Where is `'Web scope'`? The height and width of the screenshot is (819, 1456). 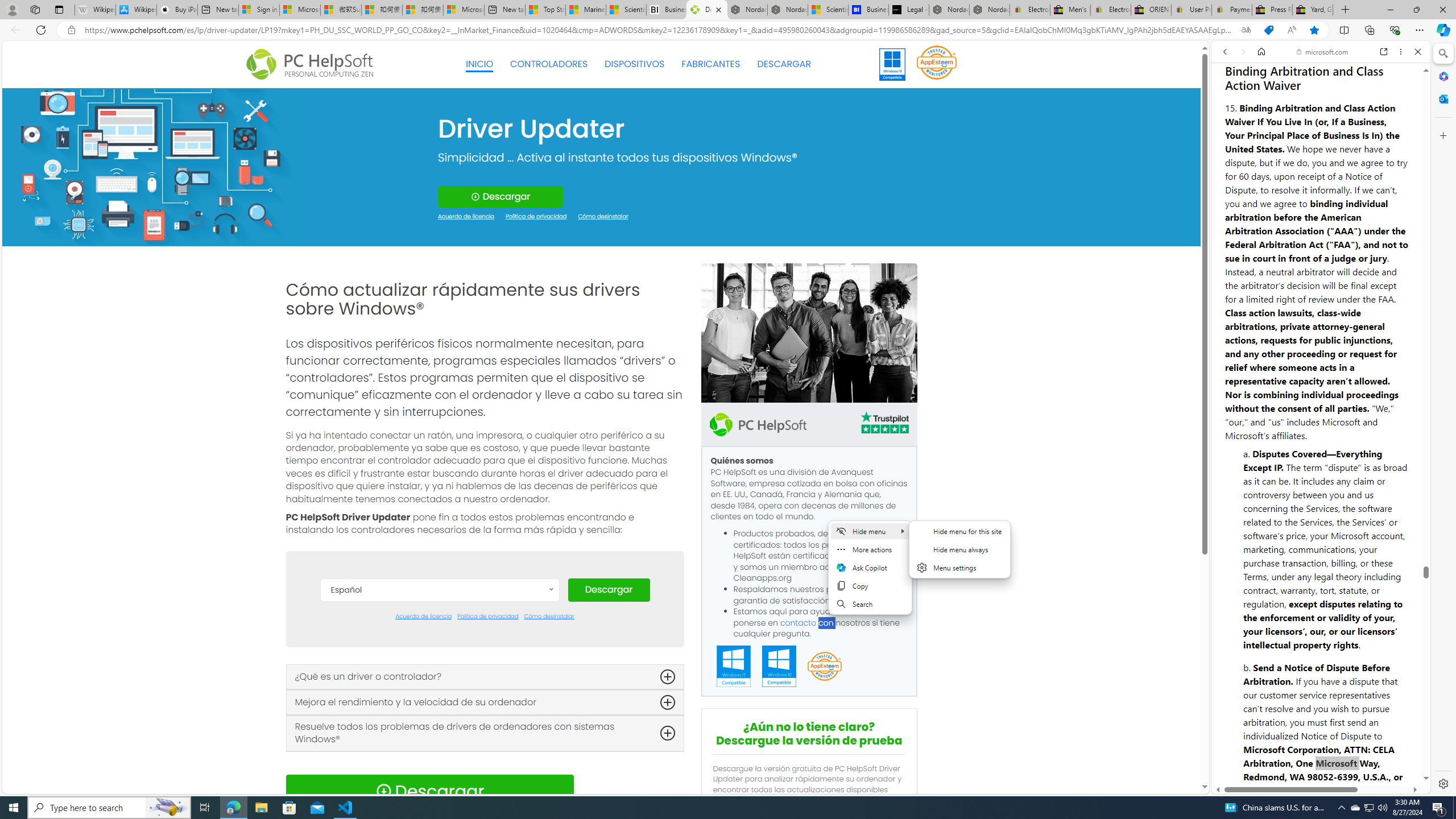
'Web scope' is located at coordinates (1230, 102).